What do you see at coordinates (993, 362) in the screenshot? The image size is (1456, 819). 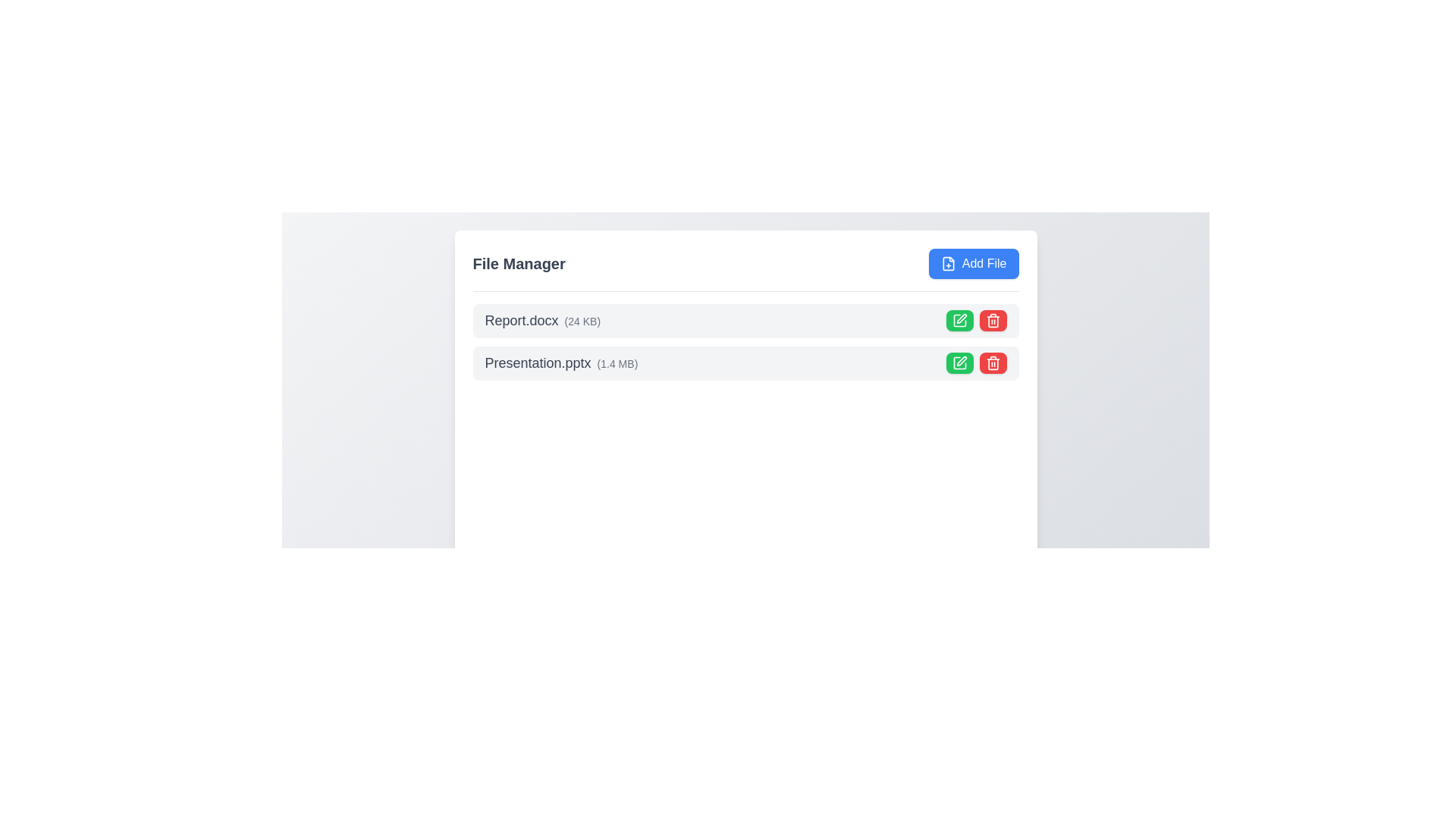 I see `the trash icon button for 'Presentation.pptx (1.4 MB)'` at bounding box center [993, 362].